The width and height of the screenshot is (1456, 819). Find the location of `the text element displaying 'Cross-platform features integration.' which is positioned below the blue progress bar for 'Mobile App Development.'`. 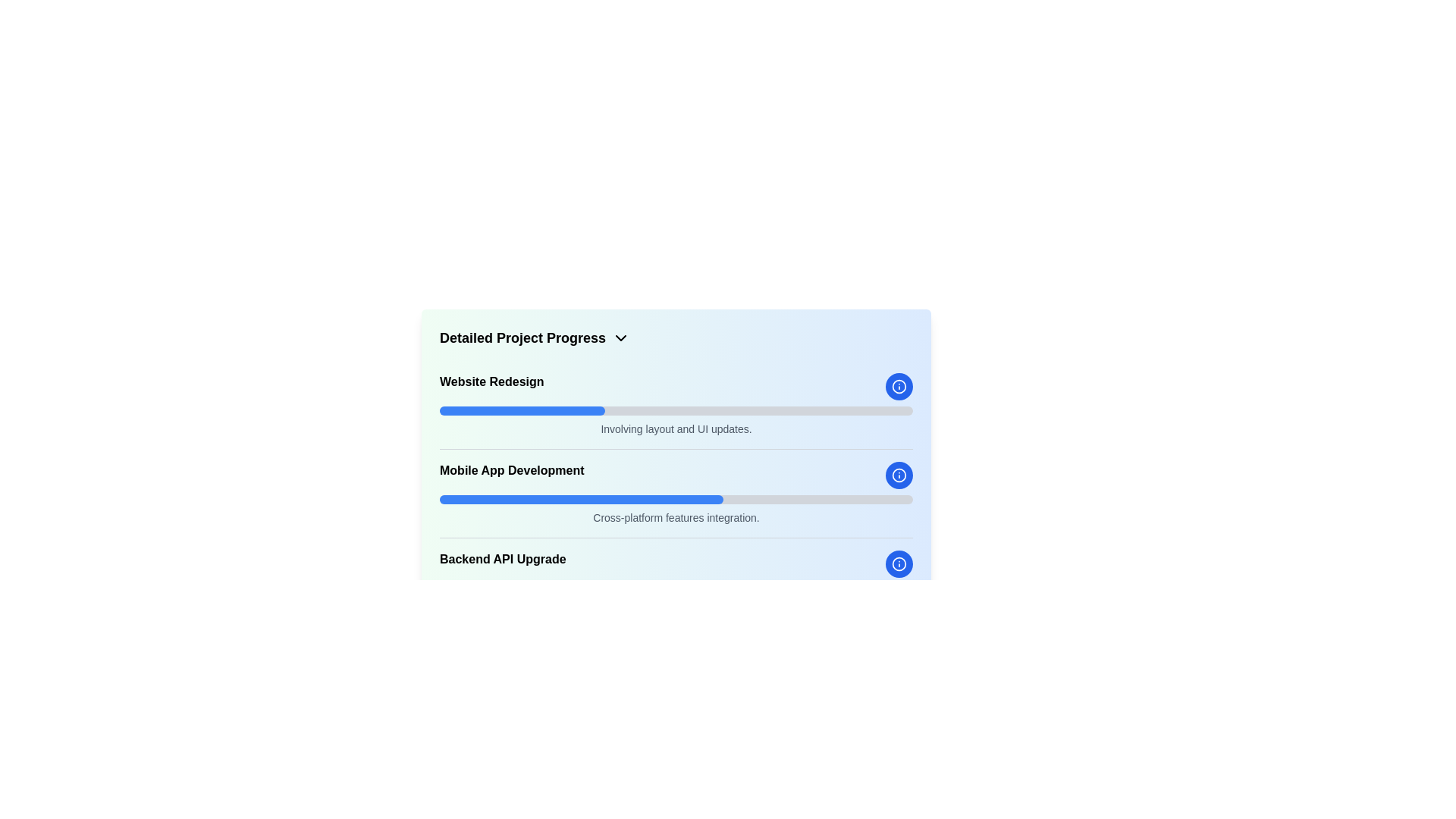

the text element displaying 'Cross-platform features integration.' which is positioned below the blue progress bar for 'Mobile App Development.' is located at coordinates (676, 516).